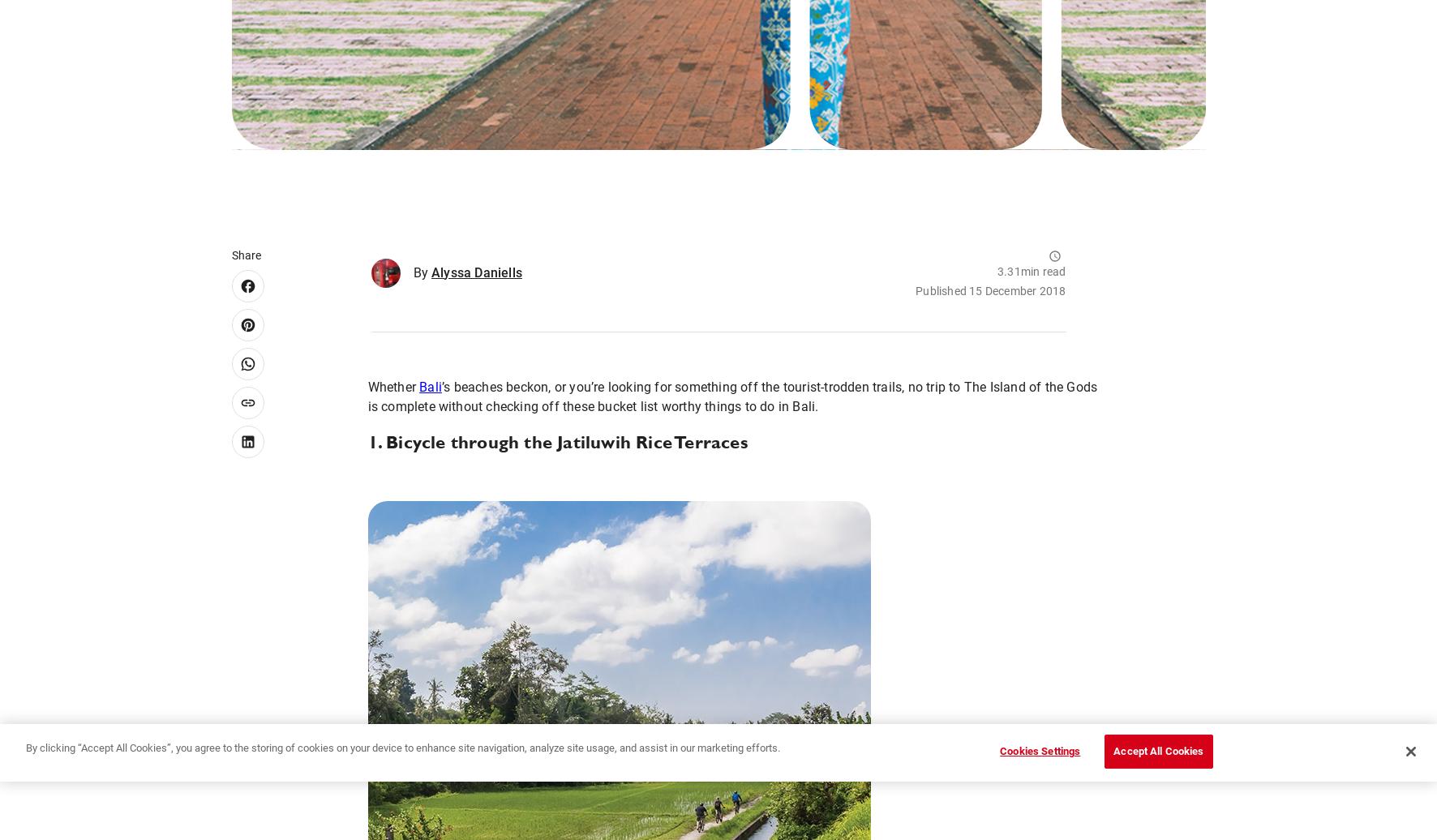 Image resolution: width=1437 pixels, height=840 pixels. Describe the element at coordinates (245, 255) in the screenshot. I see `'Share'` at that location.